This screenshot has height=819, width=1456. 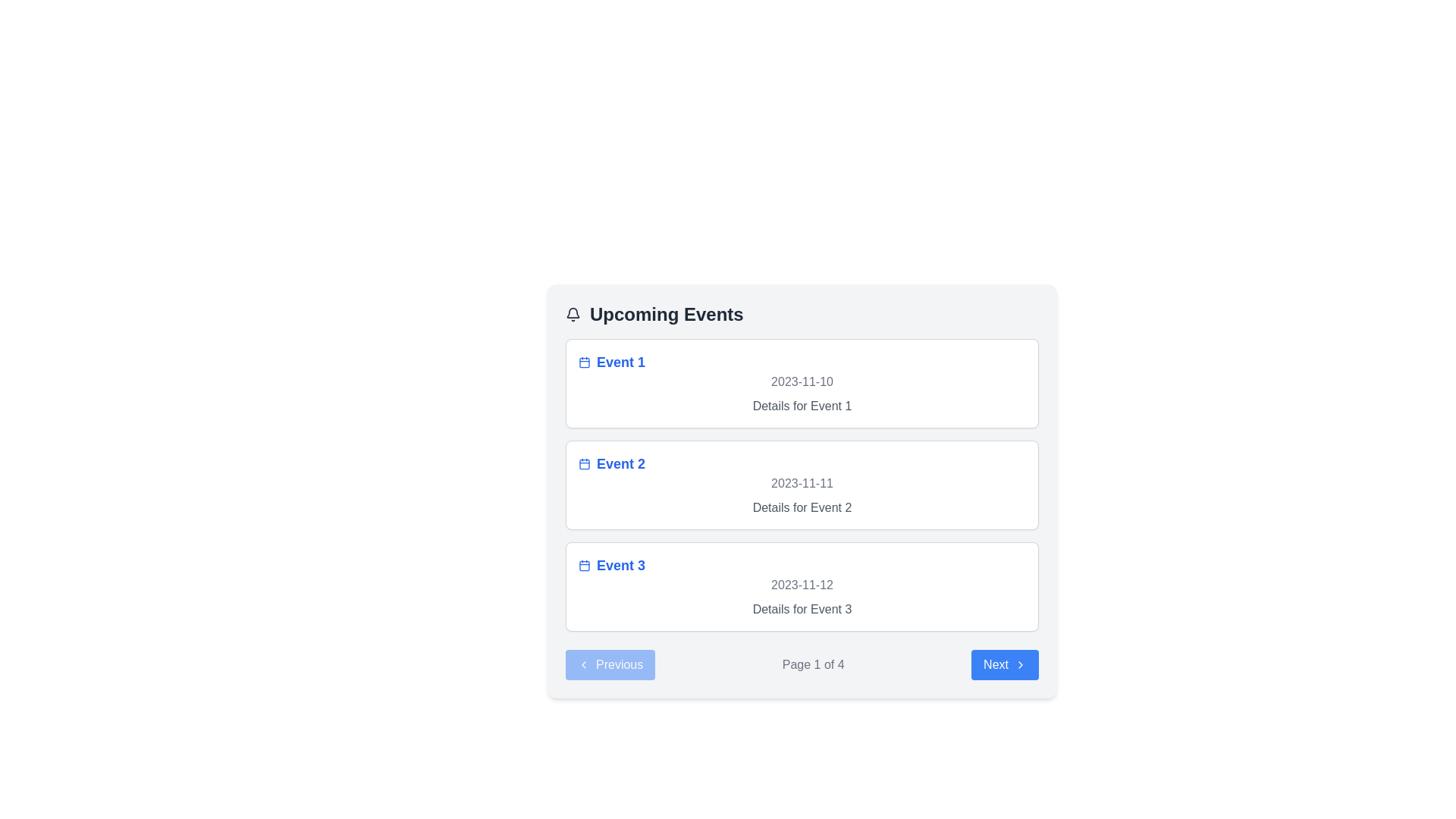 I want to click on the blue rectangular button labeled 'Next' with rounded corners, so click(x=1005, y=664).